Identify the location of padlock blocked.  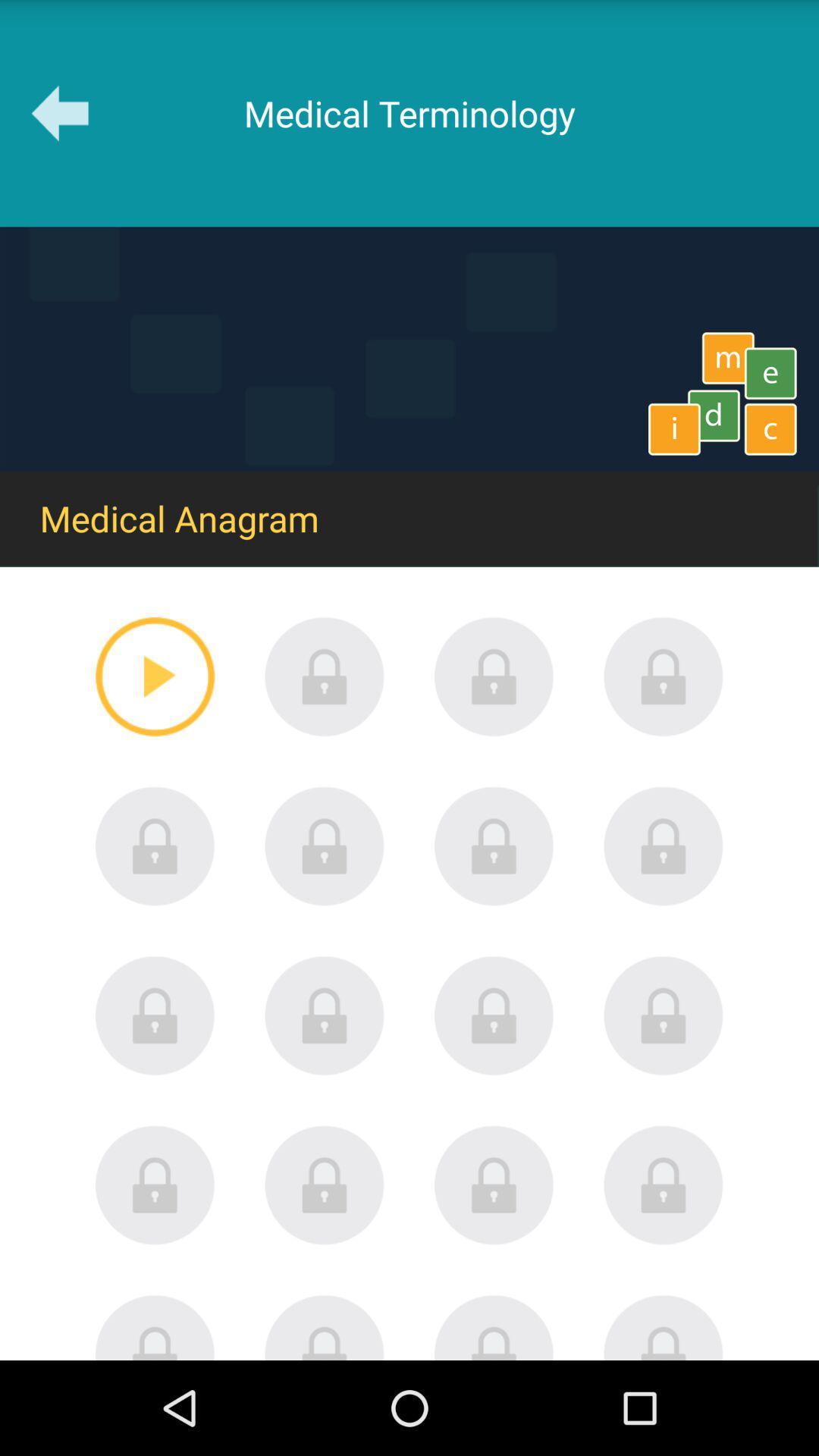
(324, 1185).